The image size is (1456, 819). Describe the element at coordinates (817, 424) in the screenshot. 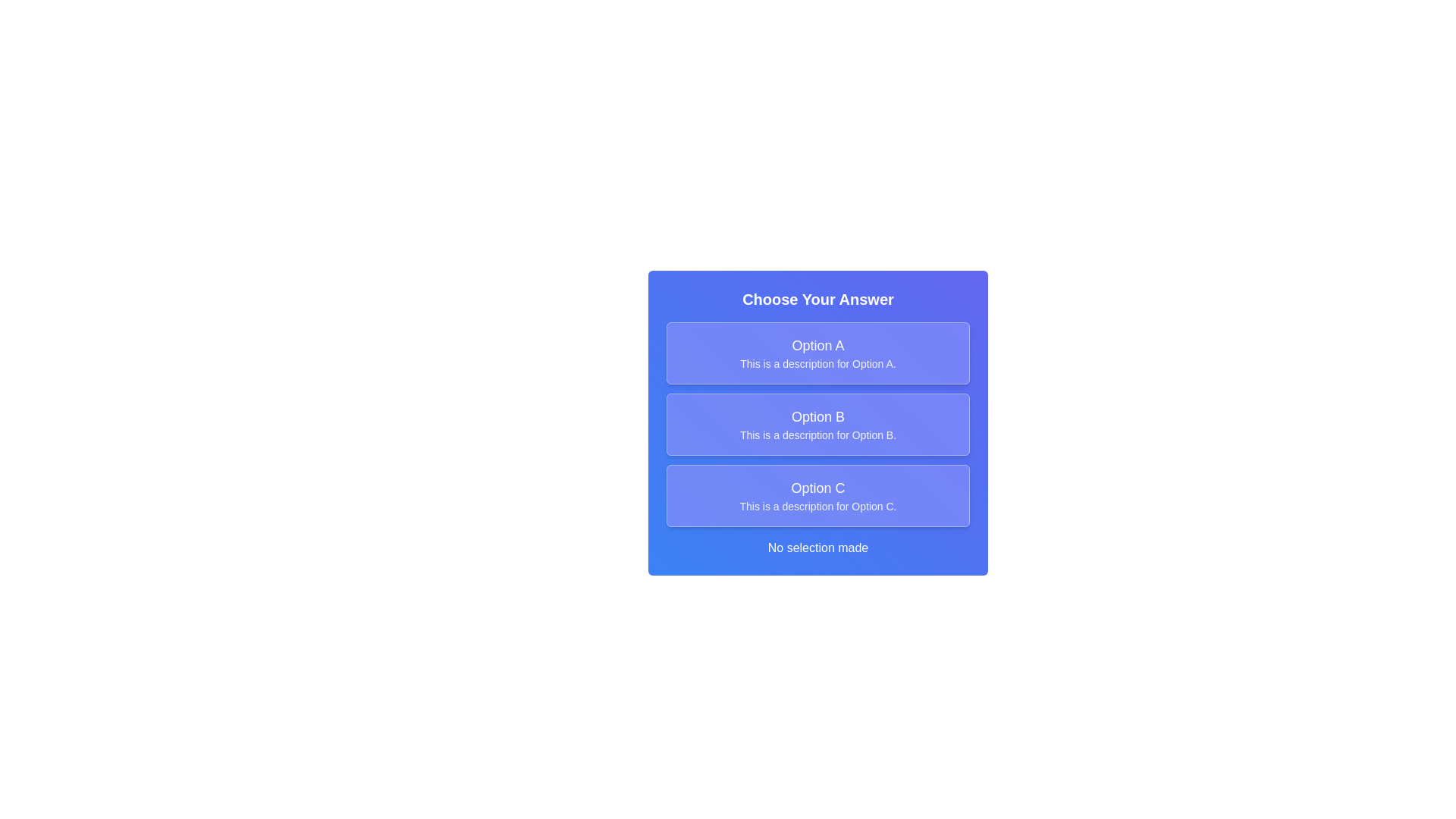

I see `the second option button labeled 'Option B'` at that location.